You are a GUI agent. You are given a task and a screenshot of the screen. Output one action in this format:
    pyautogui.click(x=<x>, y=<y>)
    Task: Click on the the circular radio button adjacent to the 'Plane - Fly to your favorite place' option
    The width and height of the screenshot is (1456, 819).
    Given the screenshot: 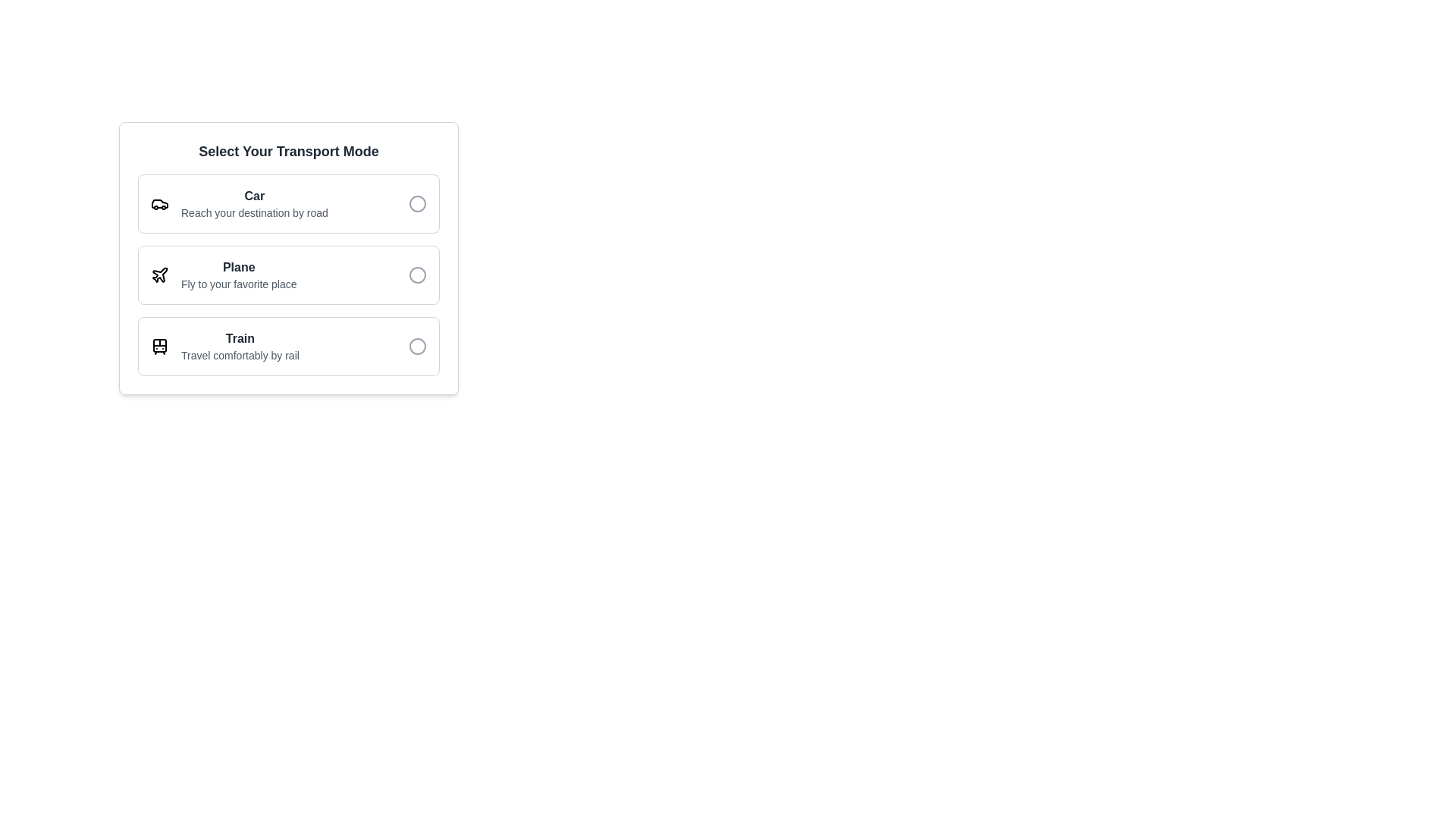 What is the action you would take?
    pyautogui.click(x=418, y=275)
    